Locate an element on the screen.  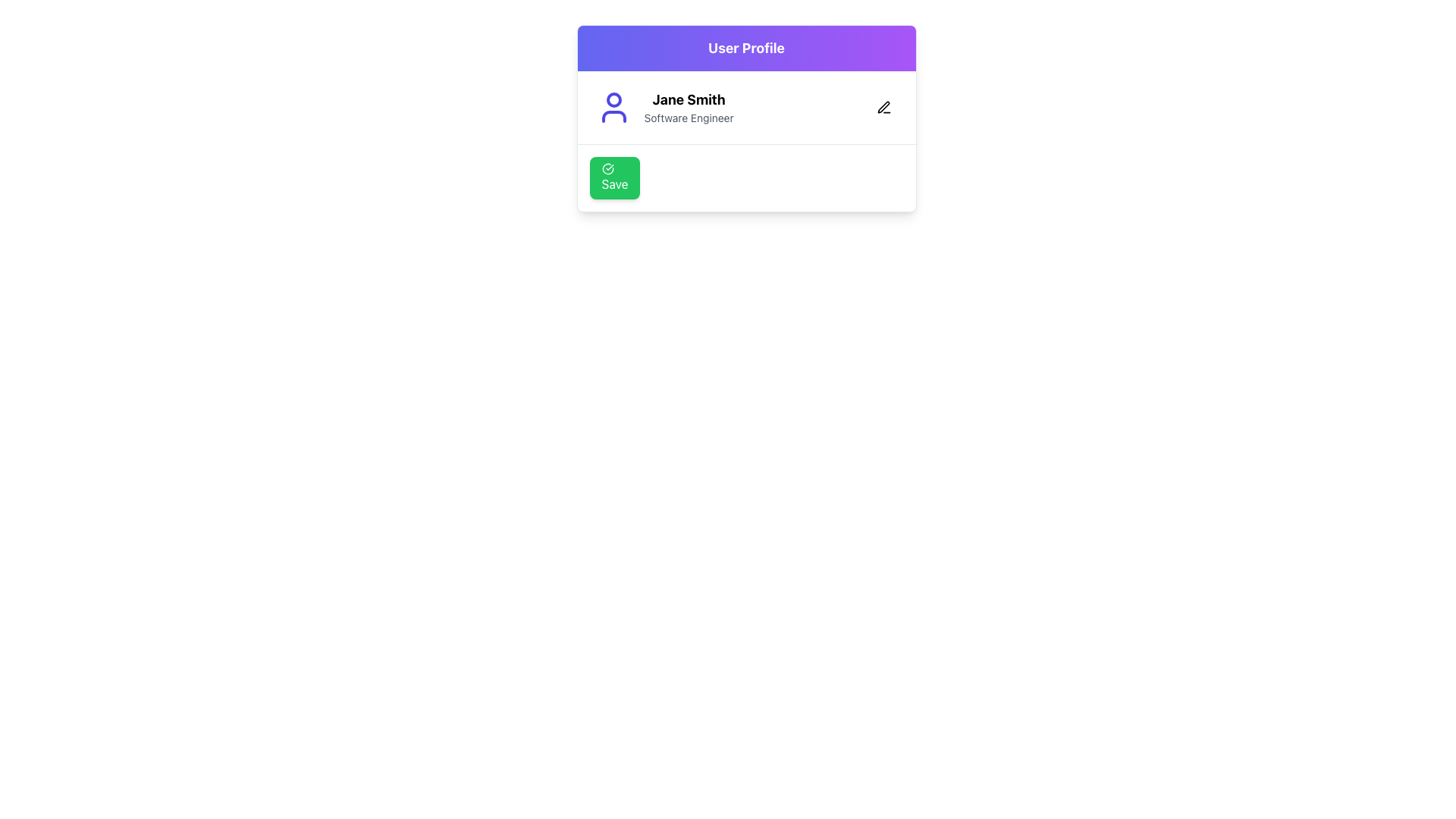
the text label displaying the name 'Jane Smith', which is prominently located at the top of the user profile card, above the subtitle 'Software Engineer' is located at coordinates (688, 99).